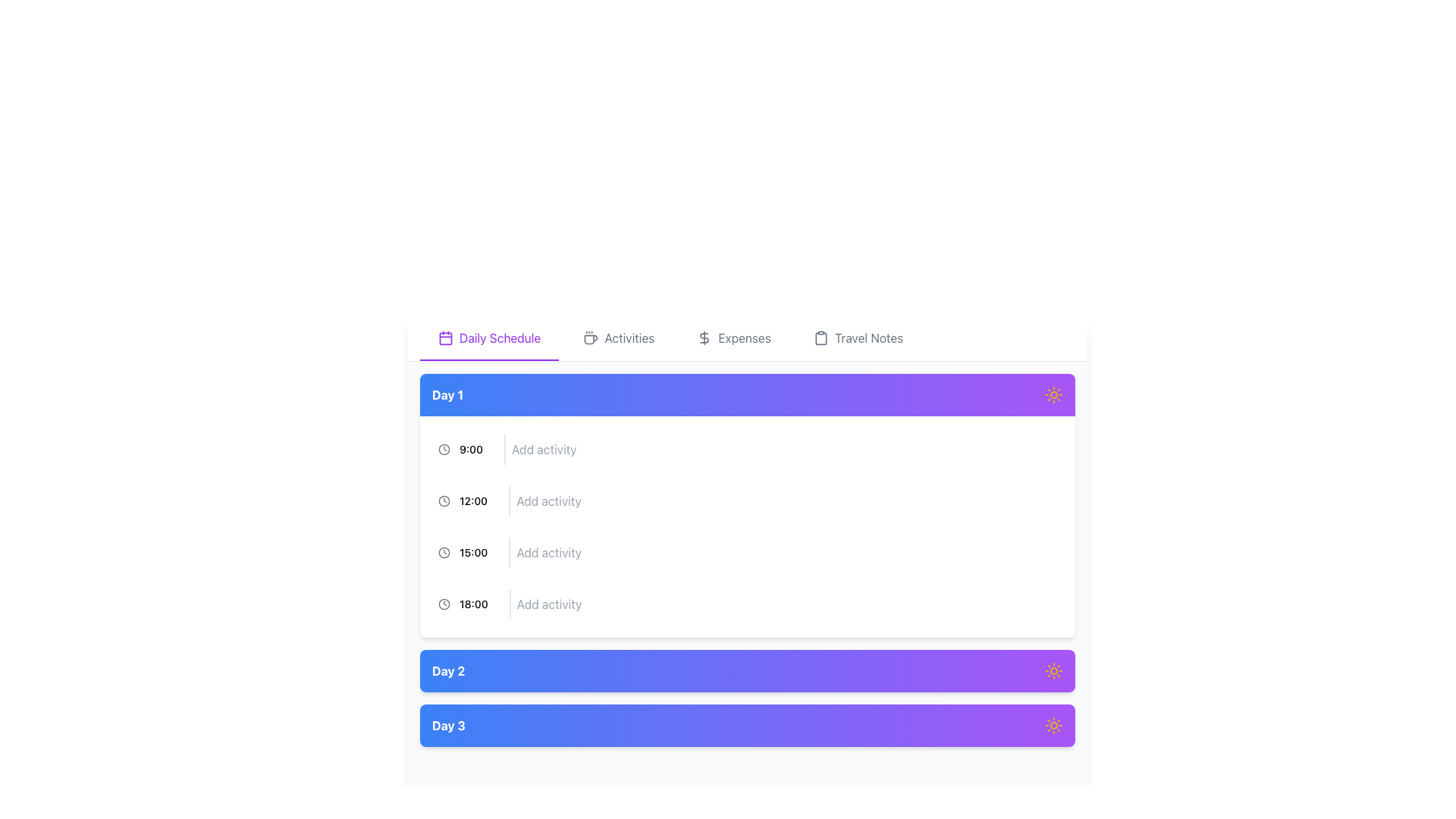 This screenshot has height=819, width=1456. Describe the element at coordinates (747, 724) in the screenshot. I see `to select or activate the 'Day 3' button in the Daily Schedule interface` at that location.